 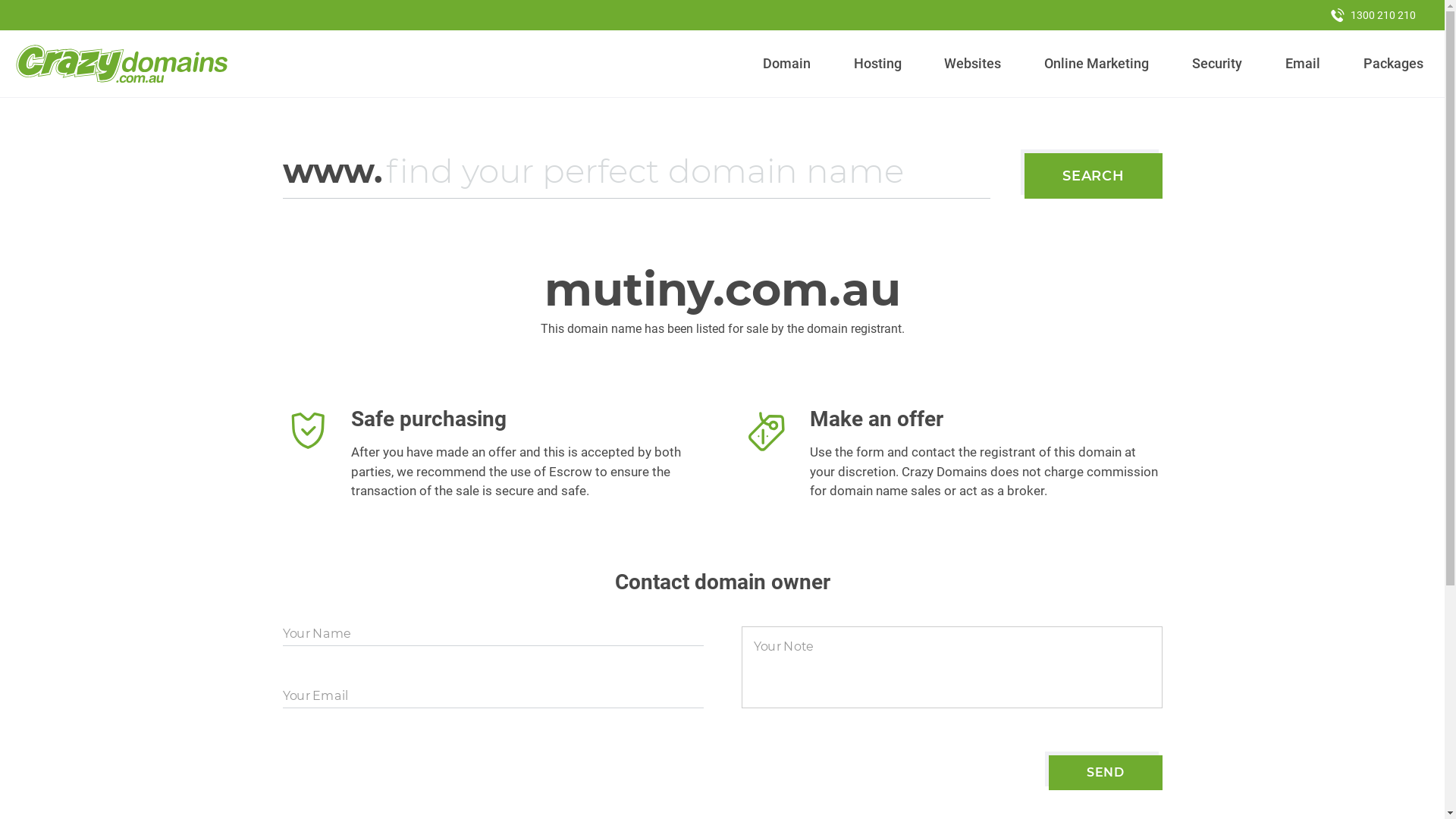 I want to click on 'Hosting', so click(x=877, y=63).